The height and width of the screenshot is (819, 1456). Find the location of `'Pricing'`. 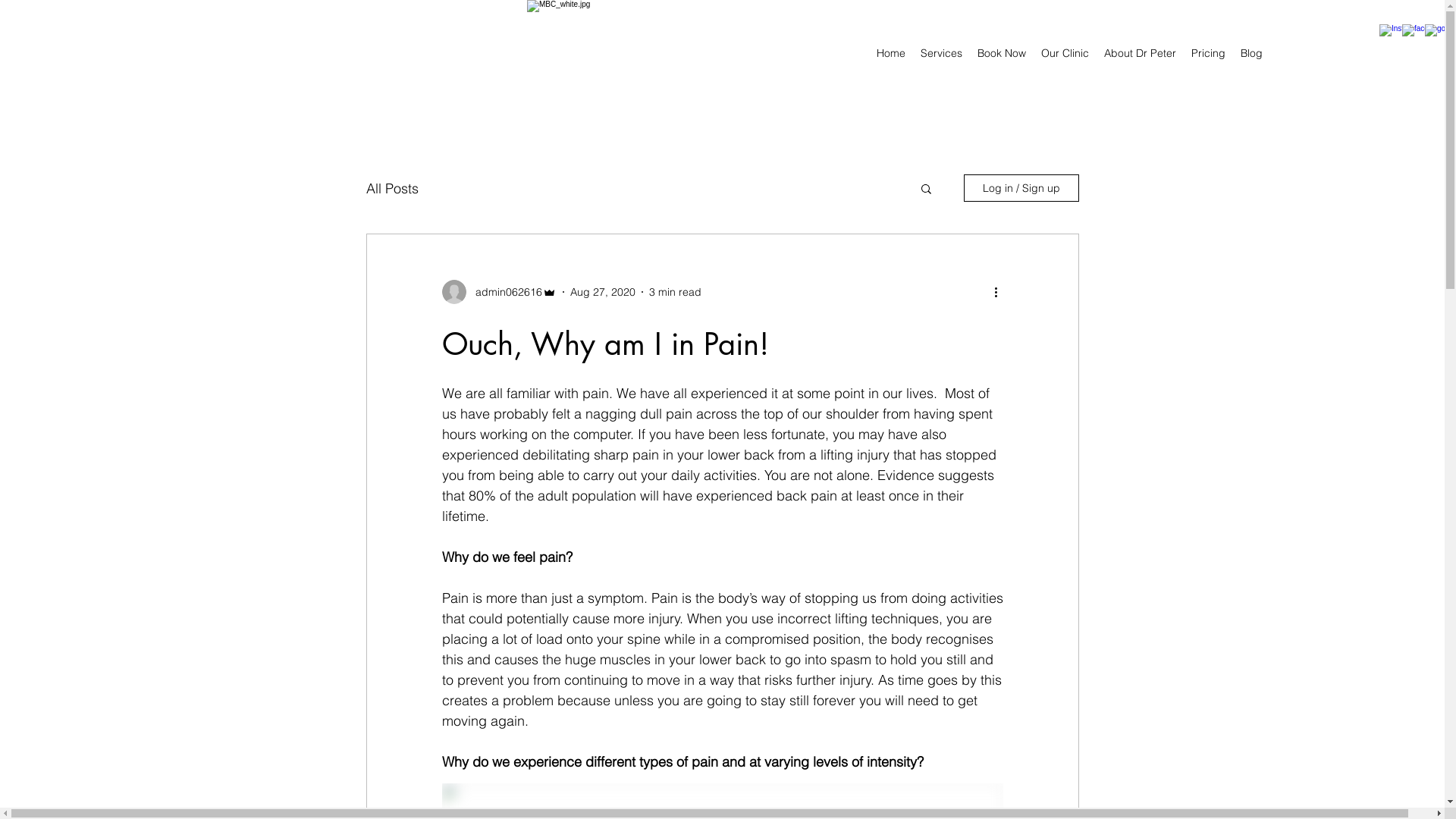

'Pricing' is located at coordinates (1207, 52).